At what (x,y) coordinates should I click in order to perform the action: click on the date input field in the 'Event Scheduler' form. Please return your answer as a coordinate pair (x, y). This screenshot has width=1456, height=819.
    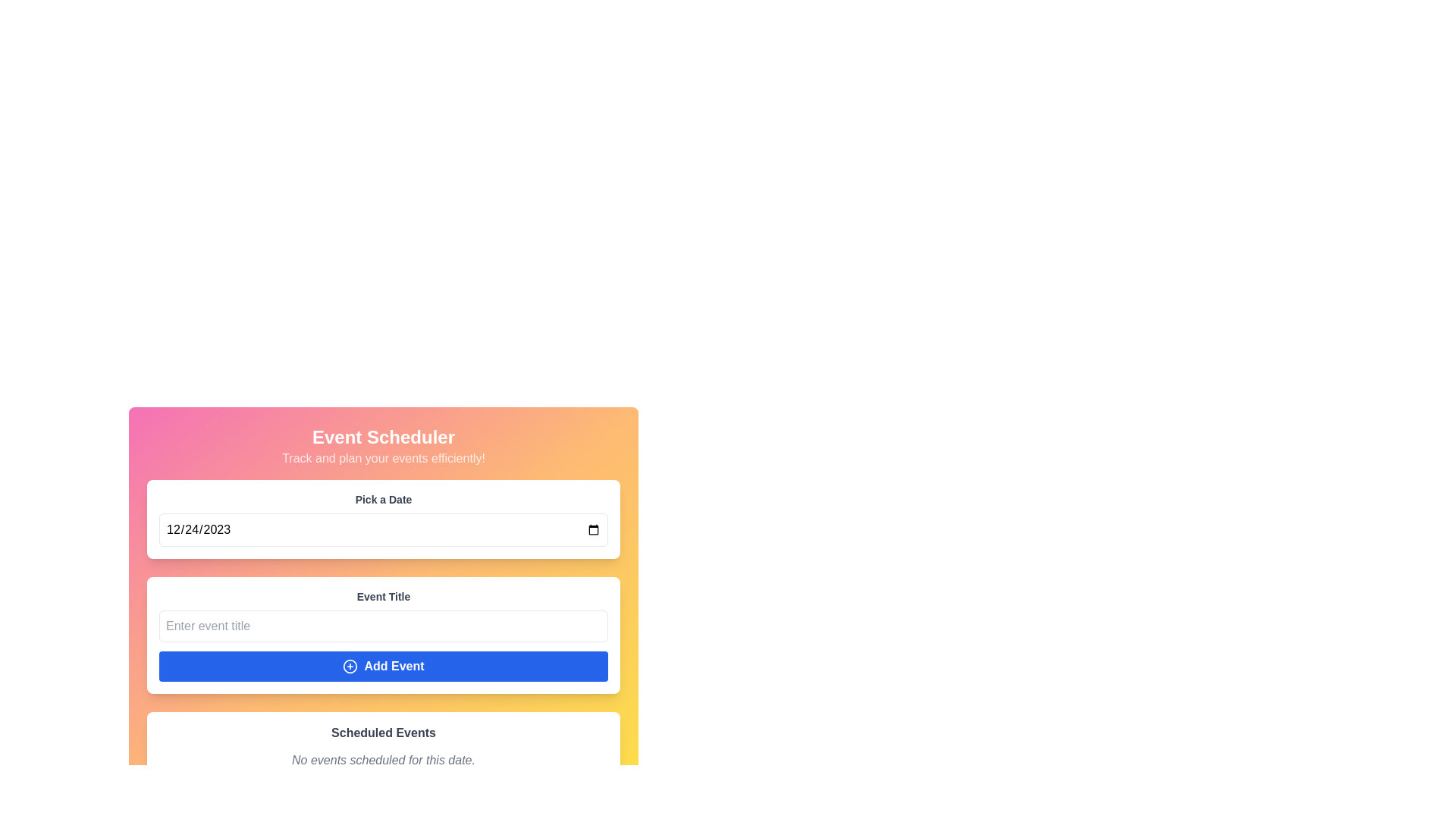
    Looking at the image, I should click on (383, 519).